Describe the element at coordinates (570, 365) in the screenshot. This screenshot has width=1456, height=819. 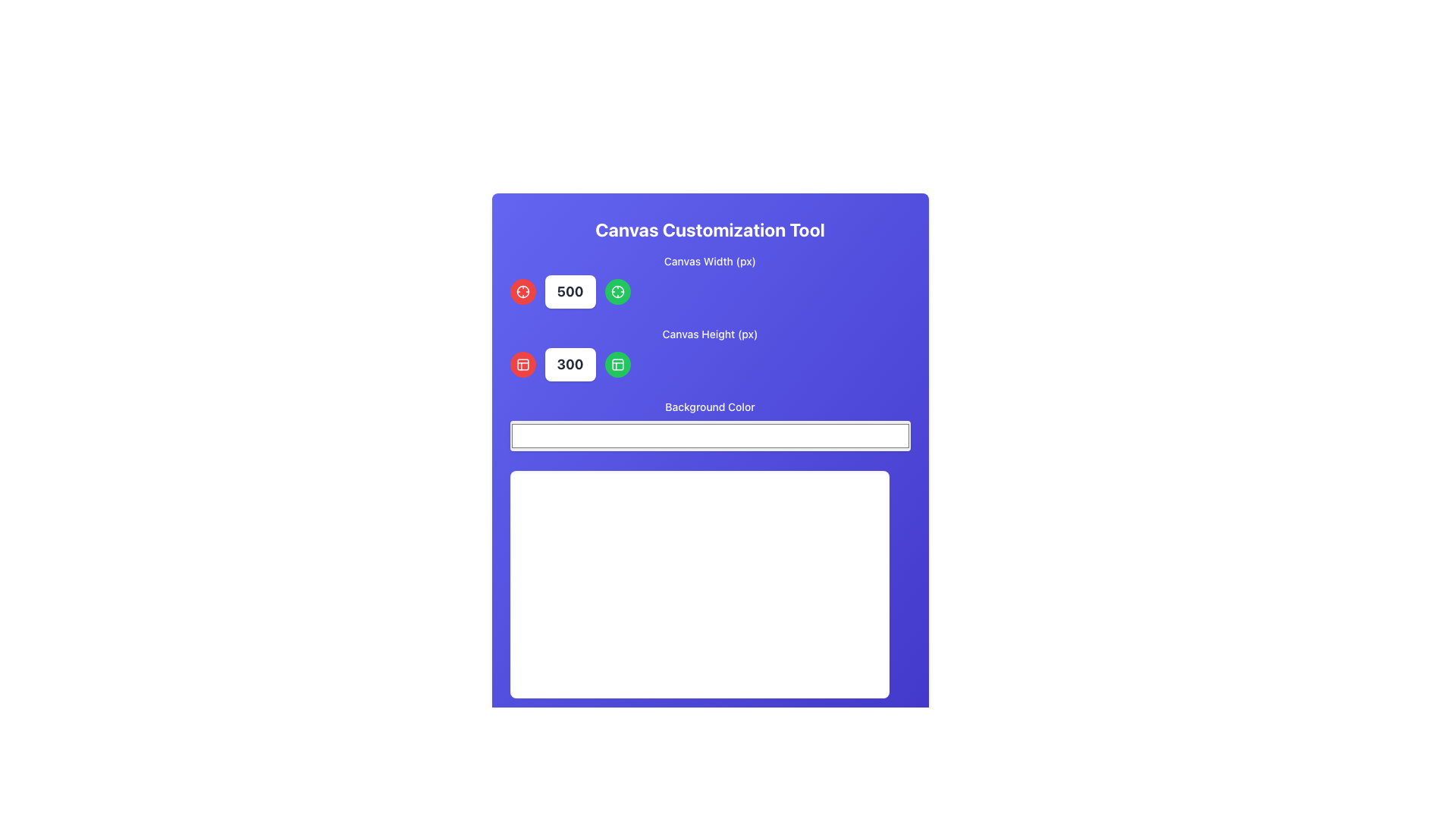
I see `the Text display box showing the numerical value '300', which indicates the current canvas height in pixels, located in the second row of the interface` at that location.